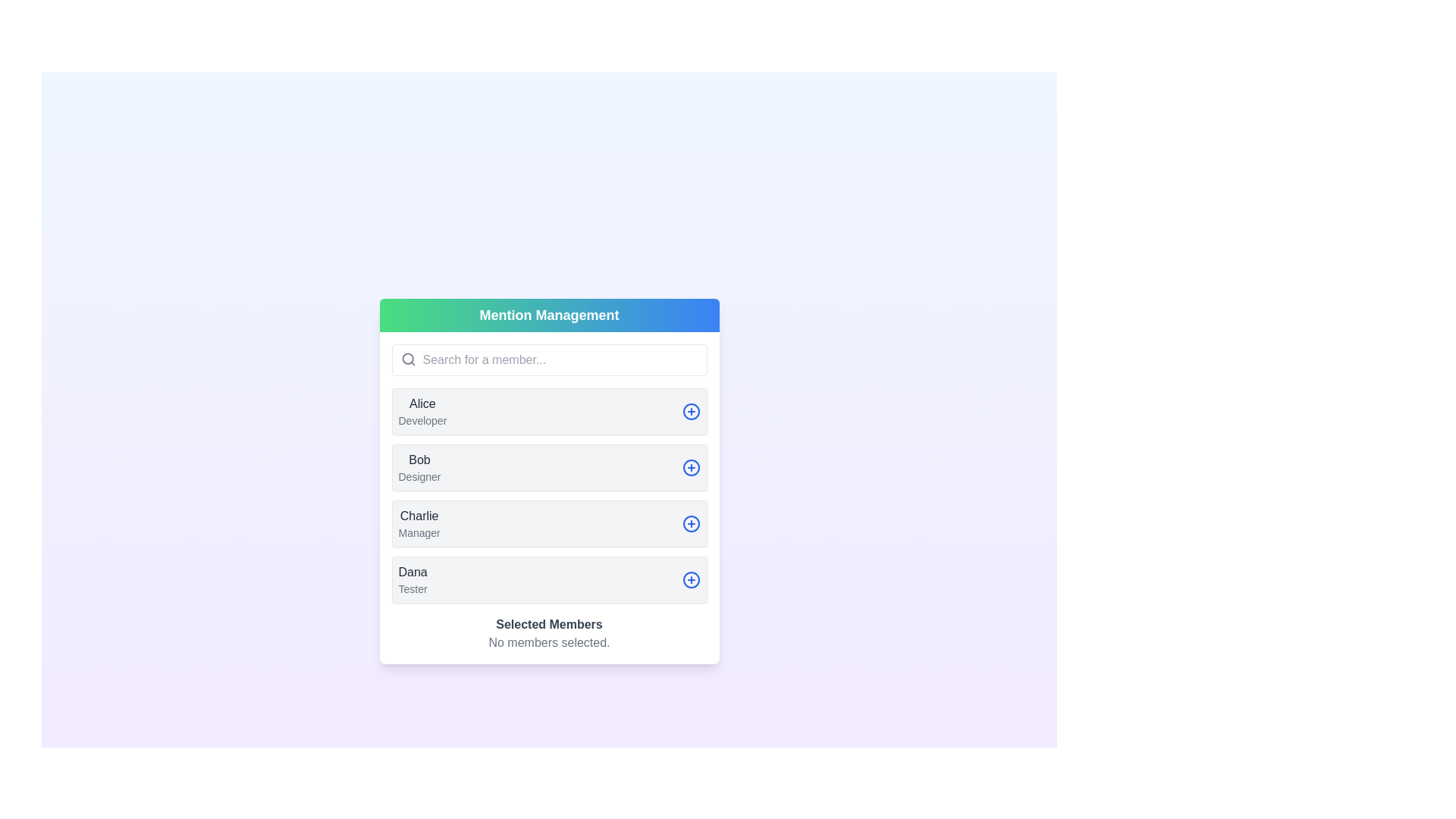 The height and width of the screenshot is (819, 1456). What do you see at coordinates (690, 467) in the screenshot?
I see `the button located in the top-right corner of the 'Bob Designer' user card` at bounding box center [690, 467].